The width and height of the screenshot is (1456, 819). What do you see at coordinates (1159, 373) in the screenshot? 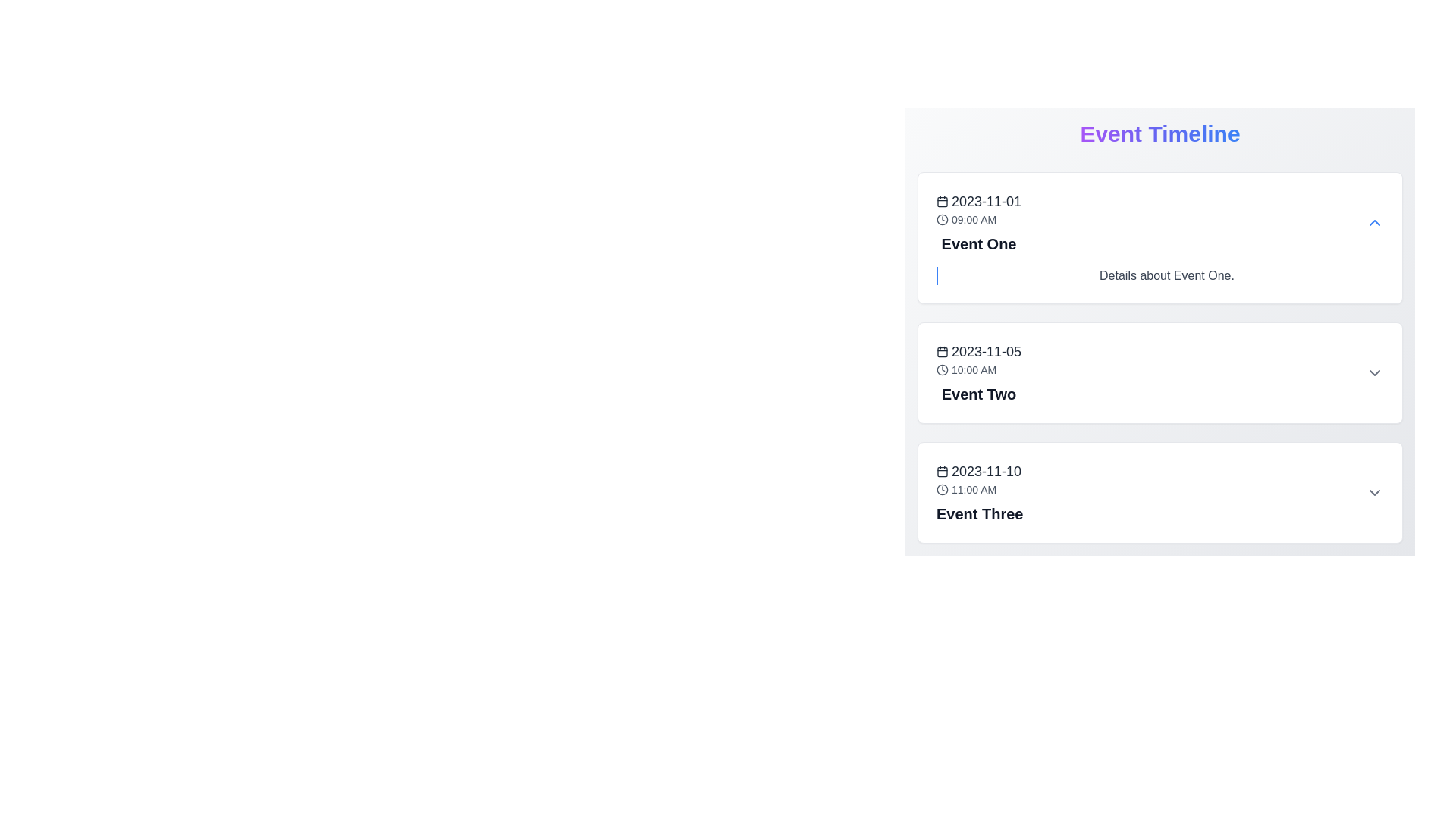
I see `the Card displaying event details located as the second card in the vertical list` at bounding box center [1159, 373].